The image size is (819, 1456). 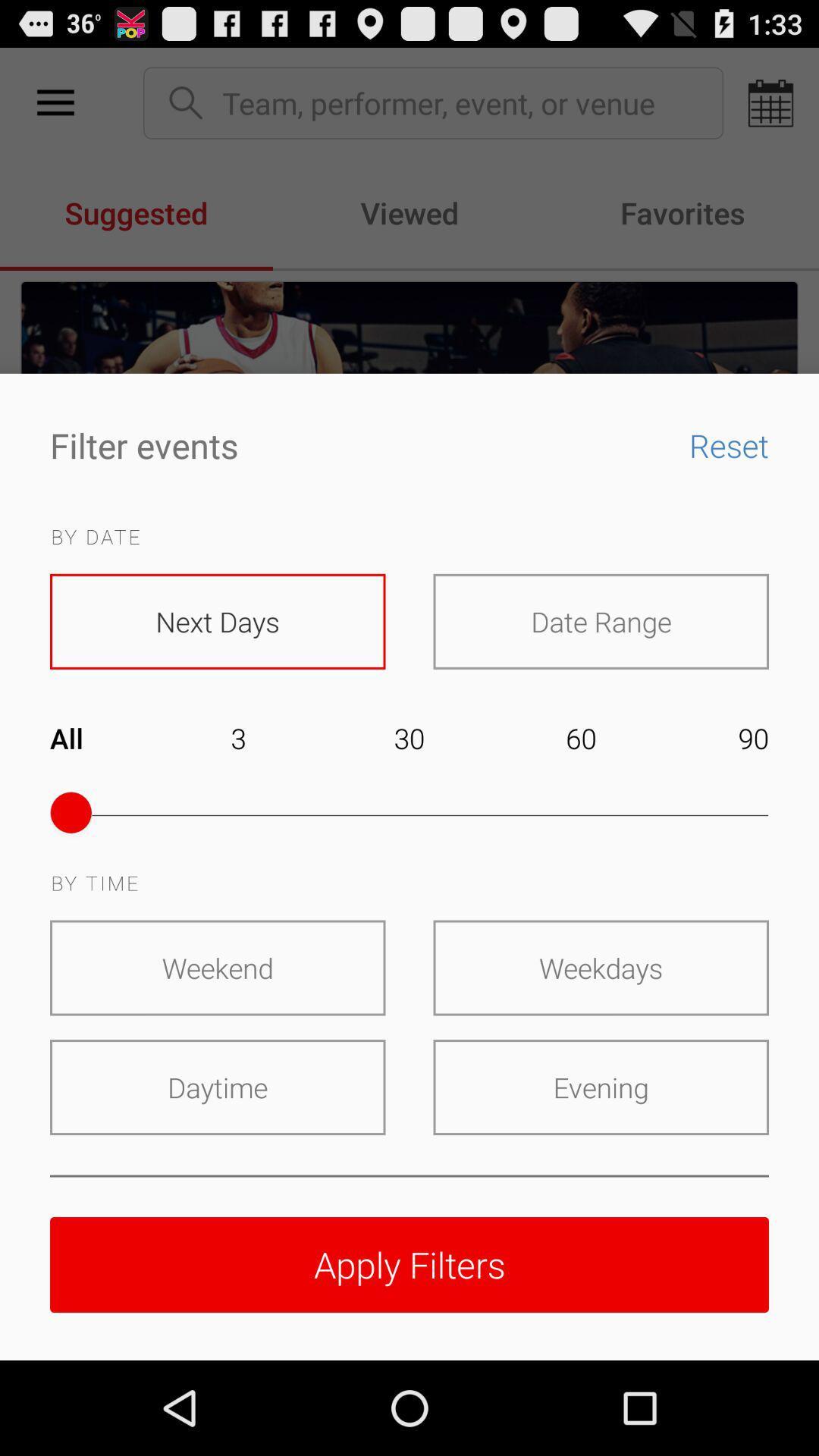 I want to click on daytime at the bottom left corner, so click(x=218, y=1087).